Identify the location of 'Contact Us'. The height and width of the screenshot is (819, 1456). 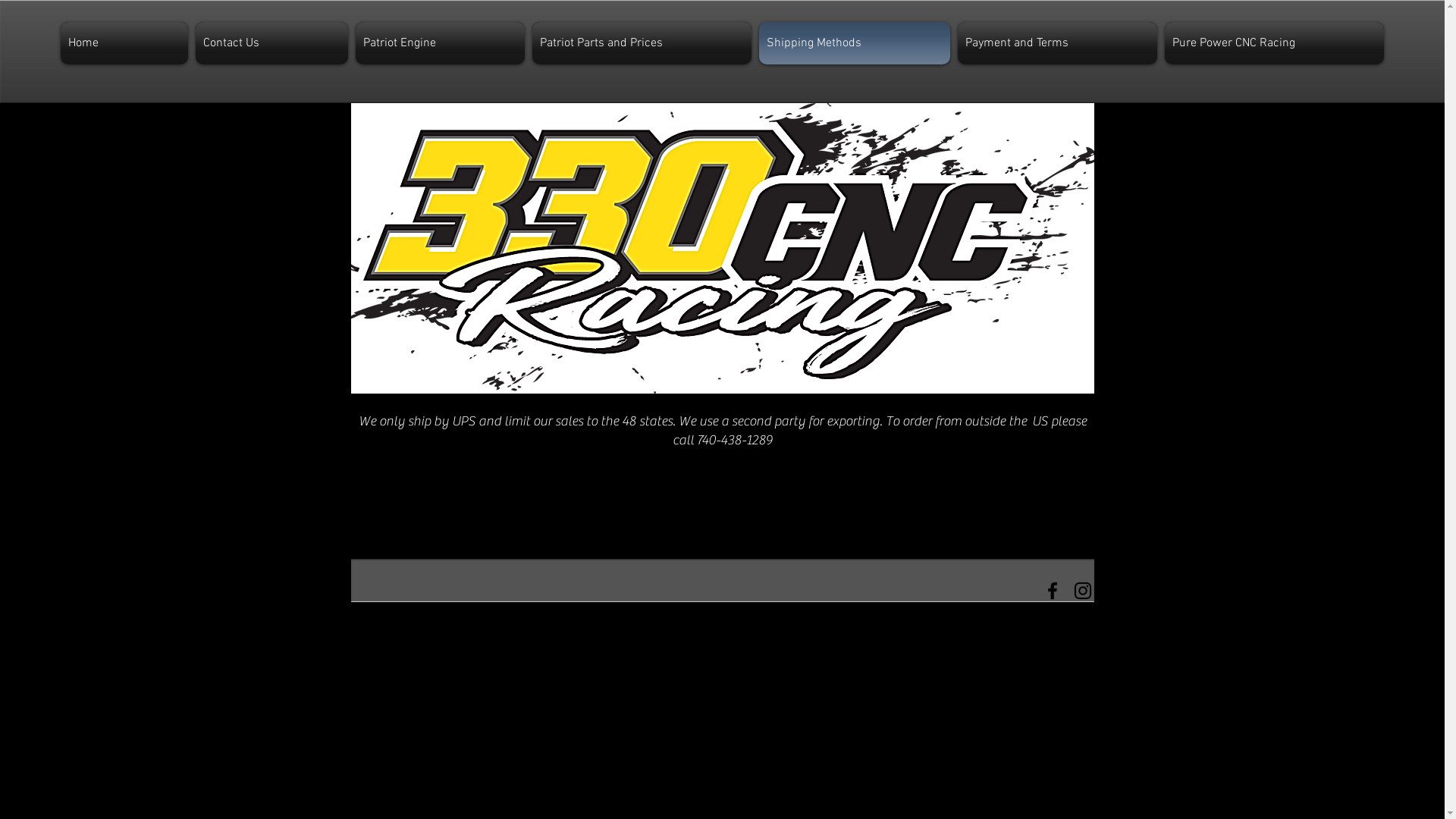
(271, 42).